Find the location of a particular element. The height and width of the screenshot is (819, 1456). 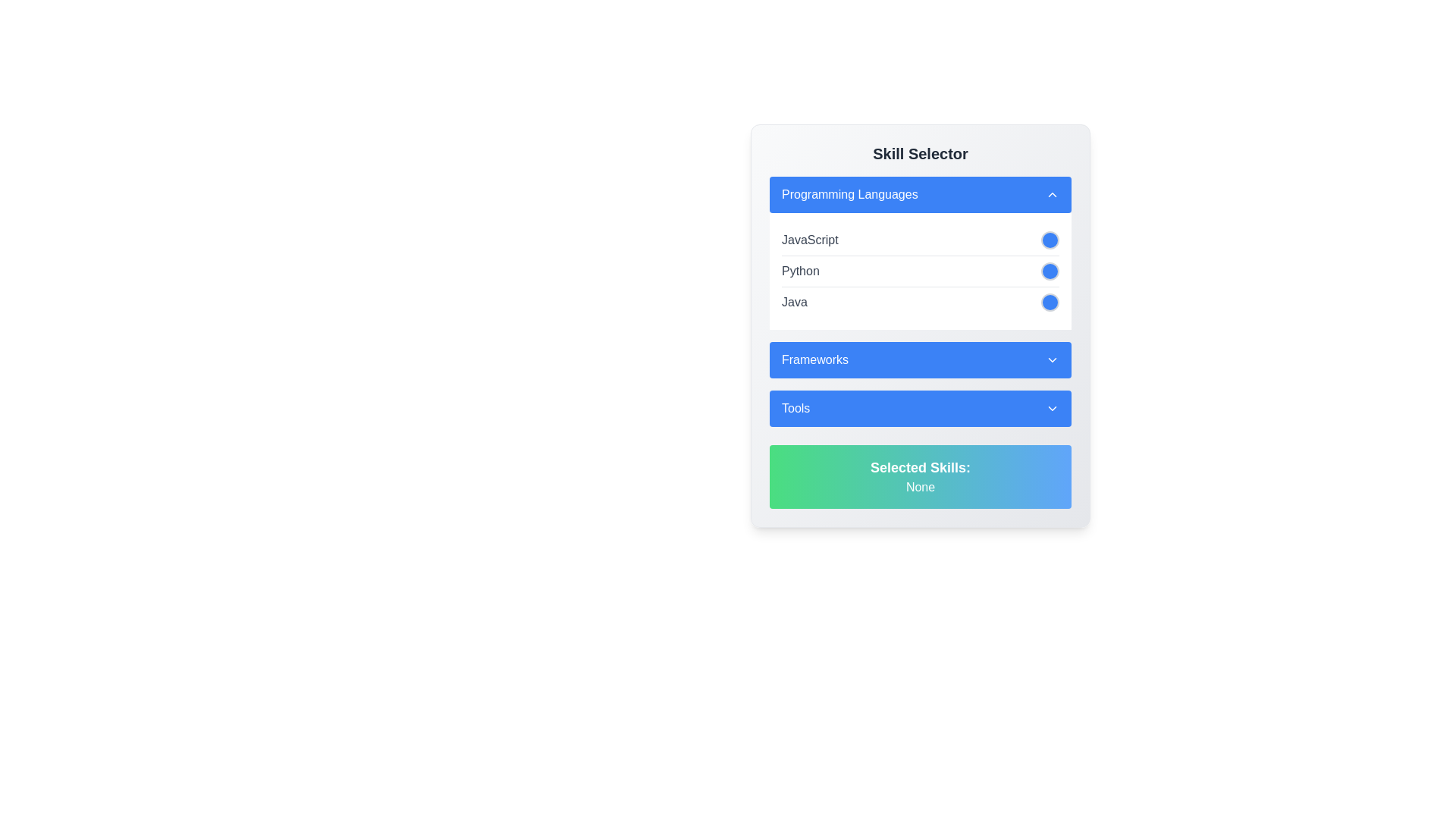

the 'Python' skill item in the 'Programming Languages' section of the 'Skill Selector' widget is located at coordinates (920, 270).